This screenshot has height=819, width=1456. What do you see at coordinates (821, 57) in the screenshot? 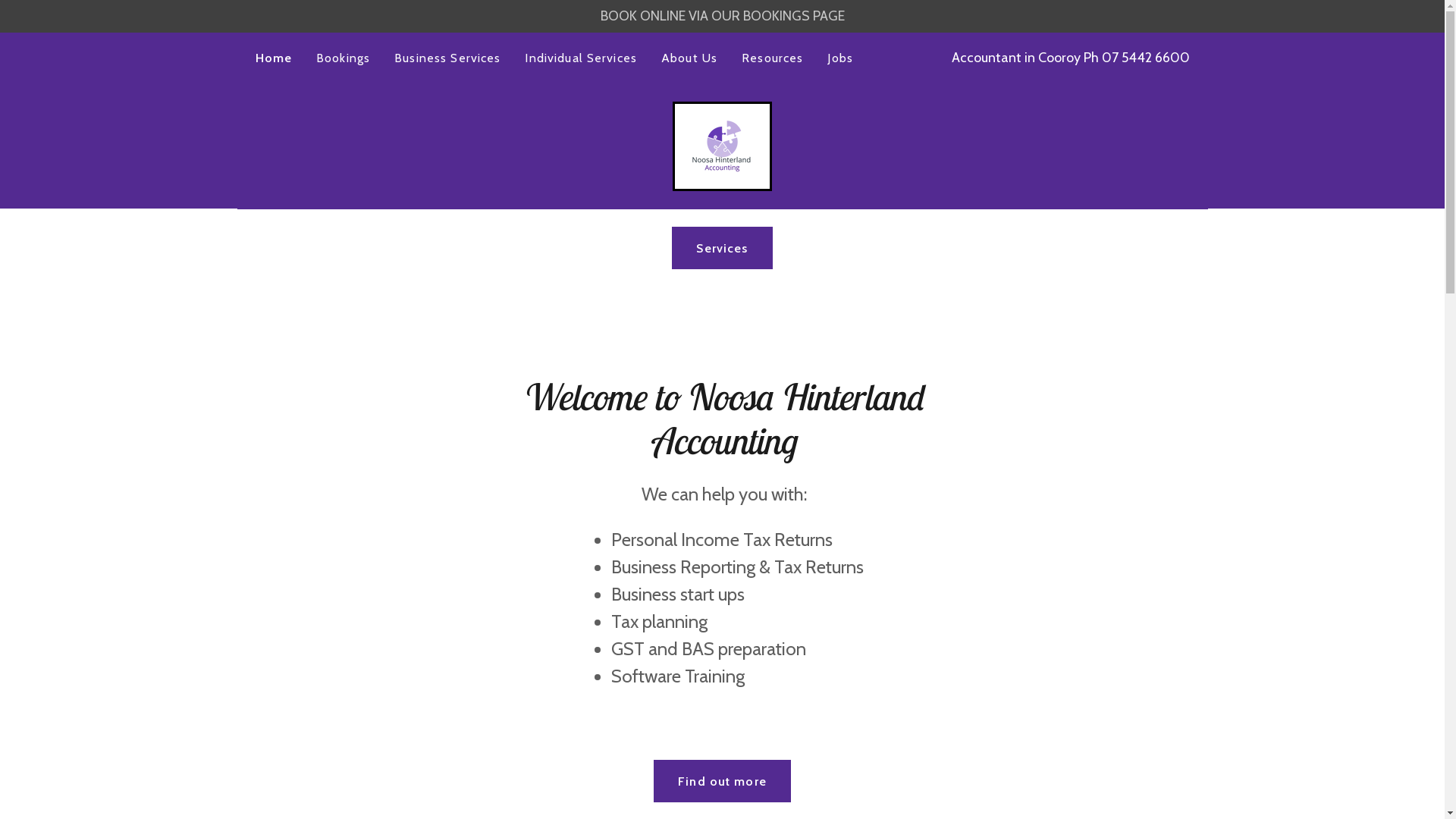
I see `'Jobs'` at bounding box center [821, 57].